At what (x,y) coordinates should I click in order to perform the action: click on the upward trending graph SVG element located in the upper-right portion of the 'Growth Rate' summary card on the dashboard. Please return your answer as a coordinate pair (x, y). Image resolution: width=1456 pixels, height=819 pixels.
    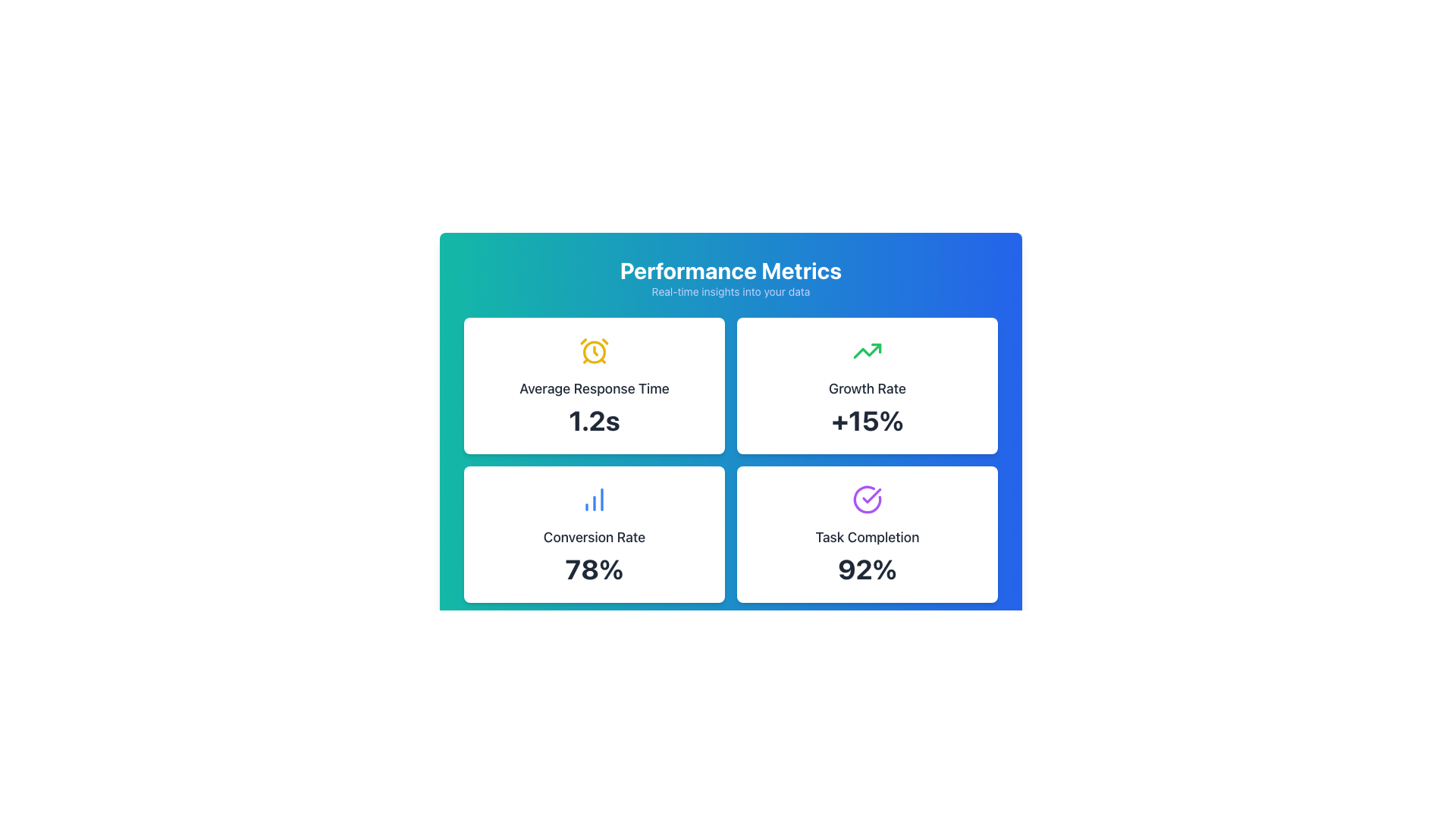
    Looking at the image, I should click on (867, 350).